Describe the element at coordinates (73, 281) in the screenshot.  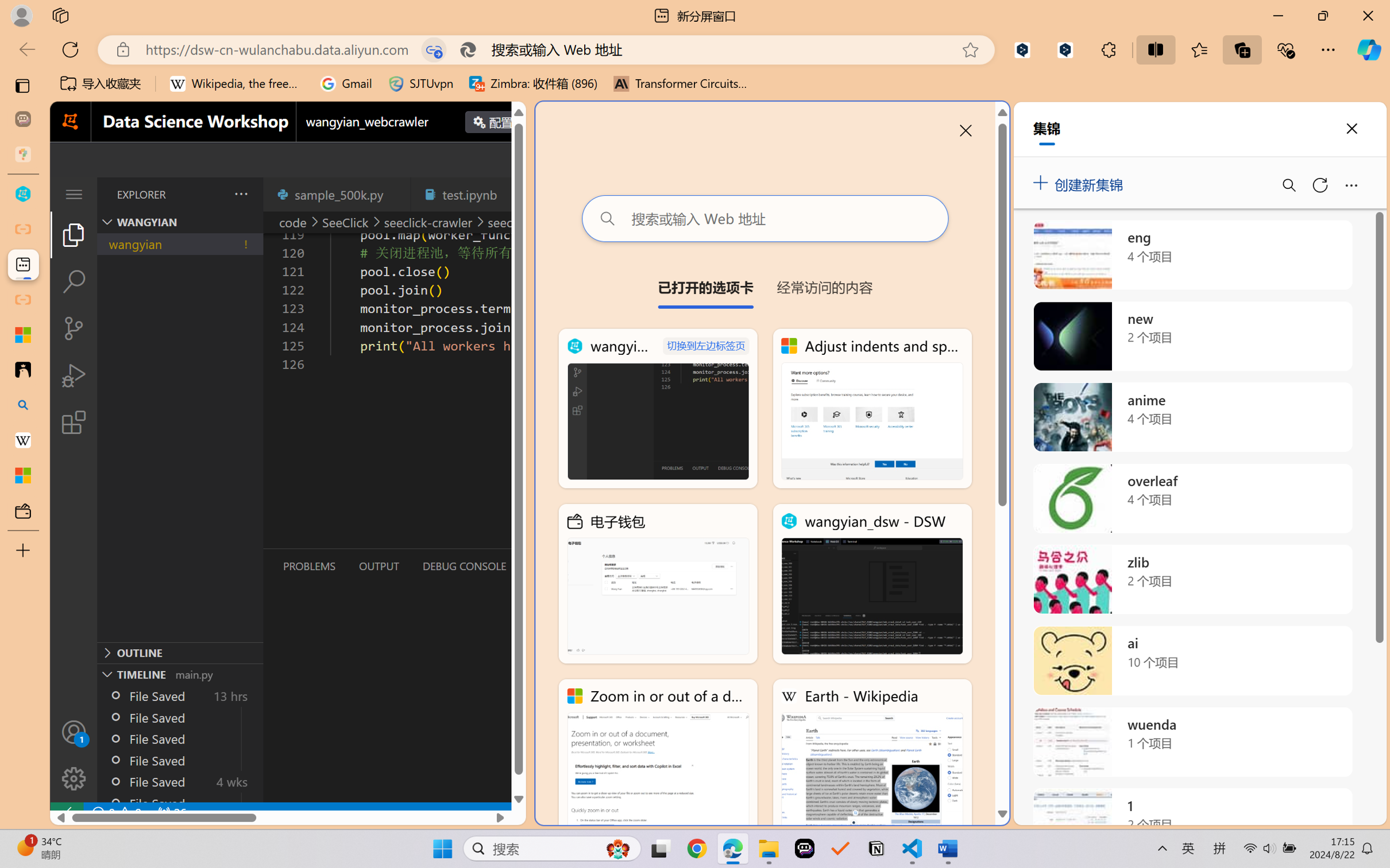
I see `'Search (Ctrl+Shift+F)'` at that location.